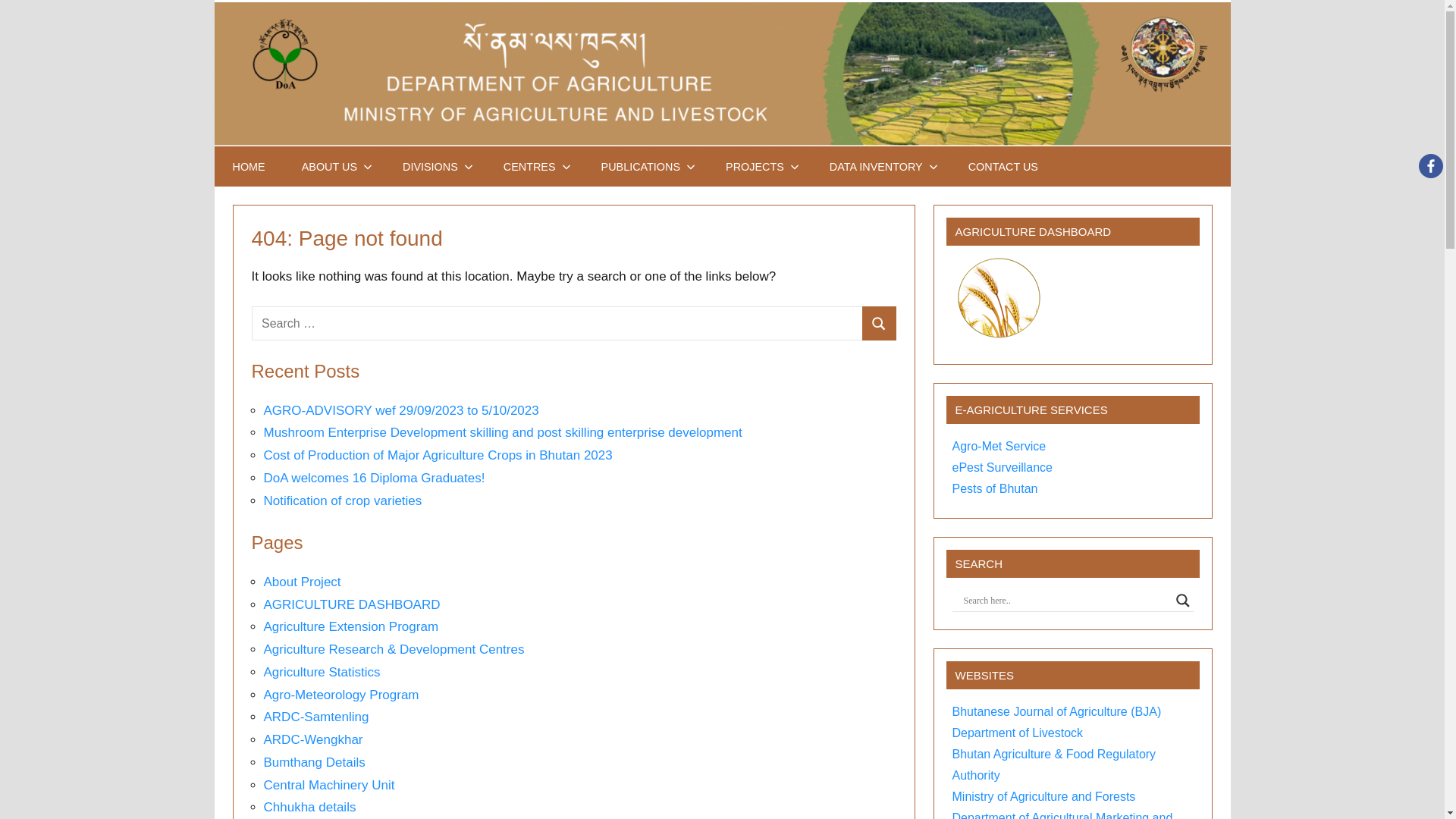  I want to click on 'Skip to content', so click(213, 0).